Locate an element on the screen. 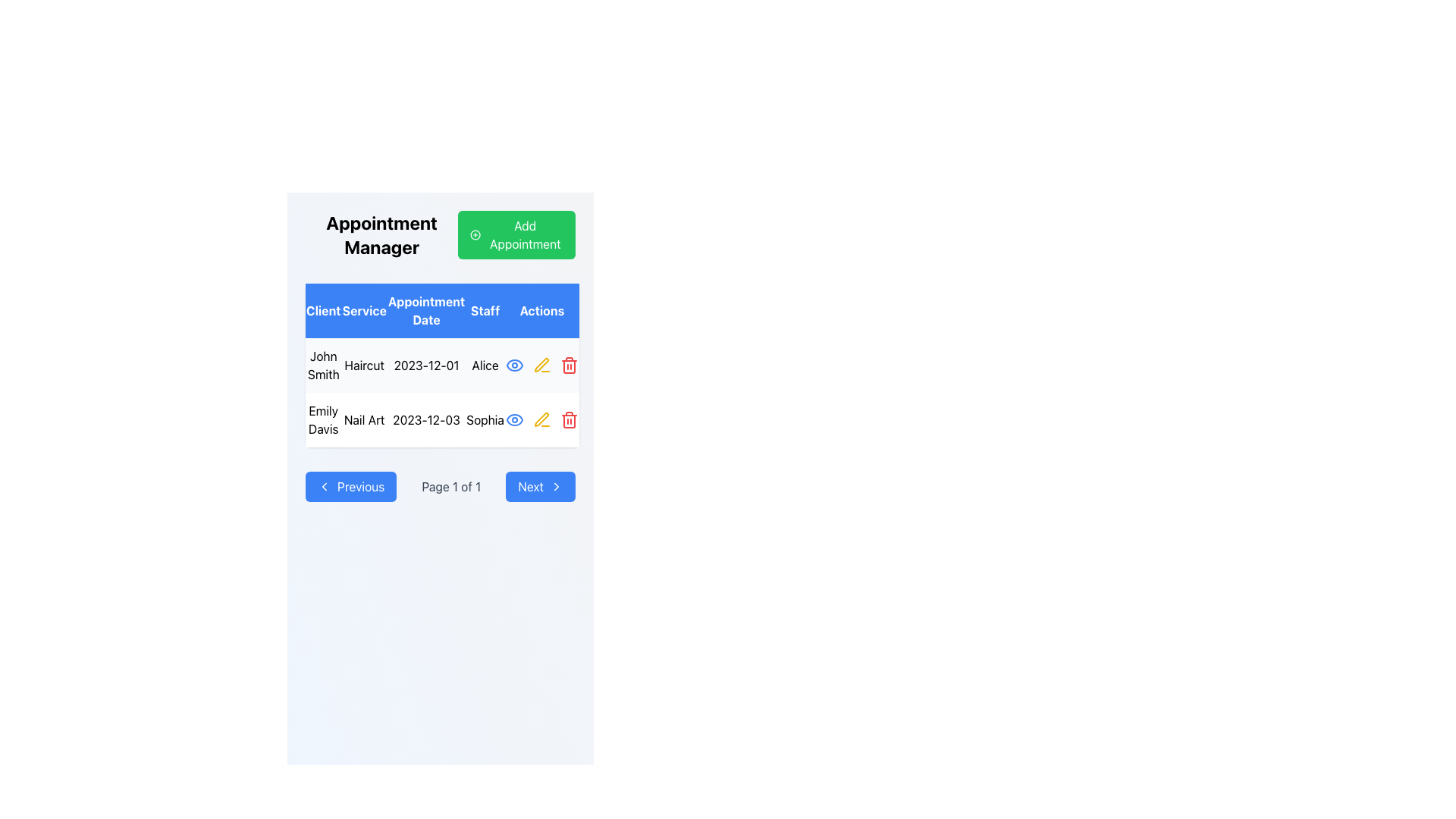  the yellow pen icon button located in the 'Actions' column of the second row in the 'Appointment Manager' interface to observe the hover effect is located at coordinates (541, 420).